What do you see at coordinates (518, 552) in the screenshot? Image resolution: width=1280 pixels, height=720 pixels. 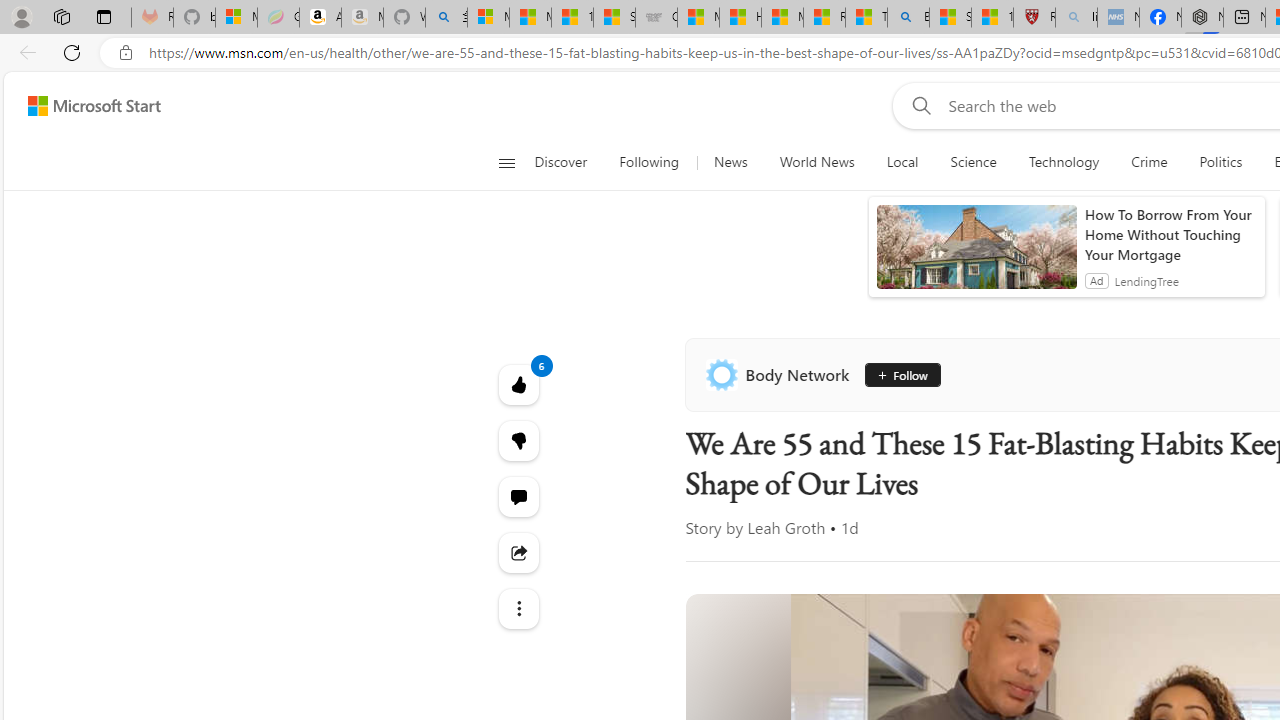 I see `'Share this story'` at bounding box center [518, 552].